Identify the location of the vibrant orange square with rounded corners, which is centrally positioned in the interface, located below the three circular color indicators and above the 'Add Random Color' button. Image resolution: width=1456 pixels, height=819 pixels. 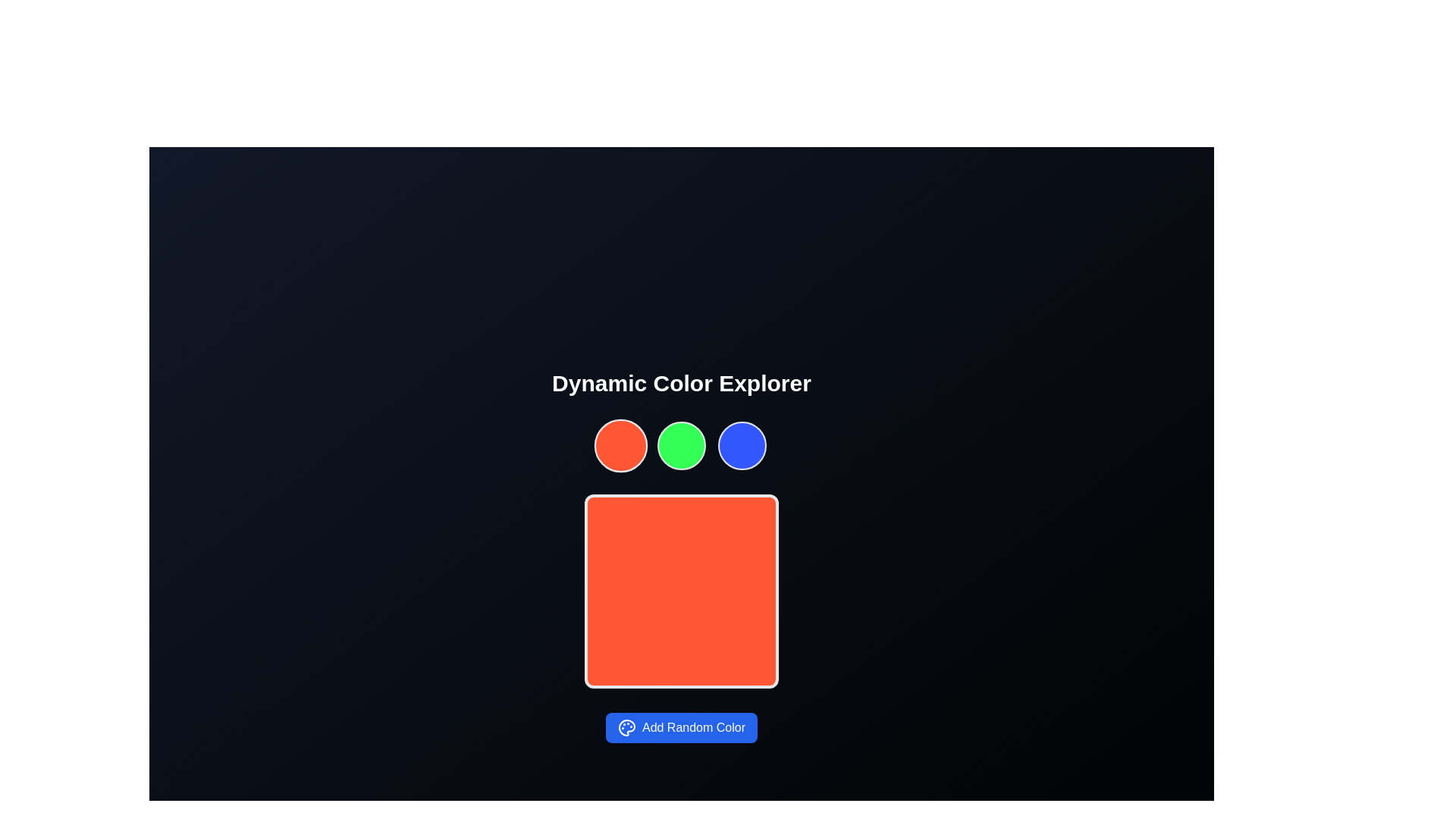
(680, 590).